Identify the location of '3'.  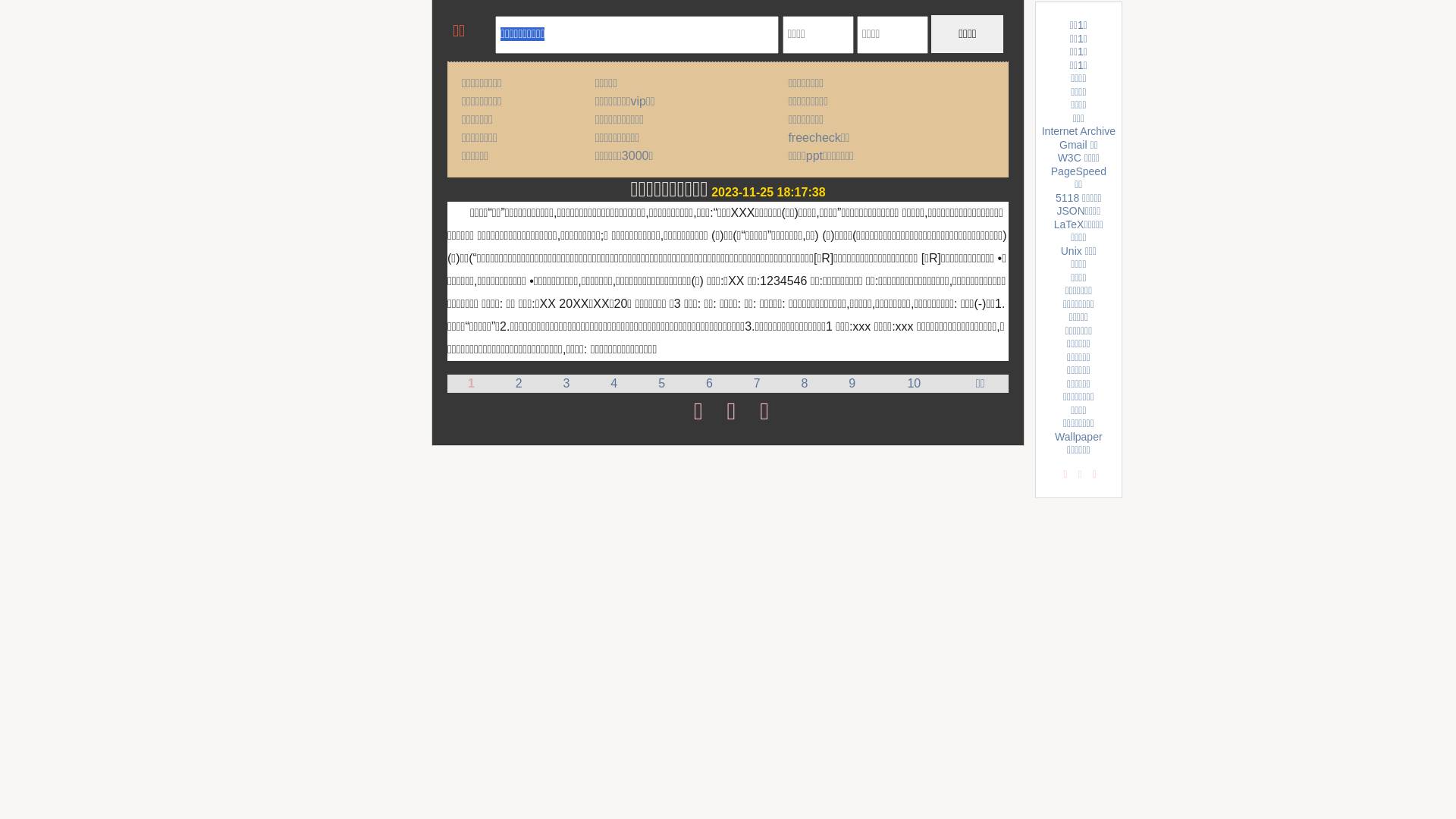
(566, 382).